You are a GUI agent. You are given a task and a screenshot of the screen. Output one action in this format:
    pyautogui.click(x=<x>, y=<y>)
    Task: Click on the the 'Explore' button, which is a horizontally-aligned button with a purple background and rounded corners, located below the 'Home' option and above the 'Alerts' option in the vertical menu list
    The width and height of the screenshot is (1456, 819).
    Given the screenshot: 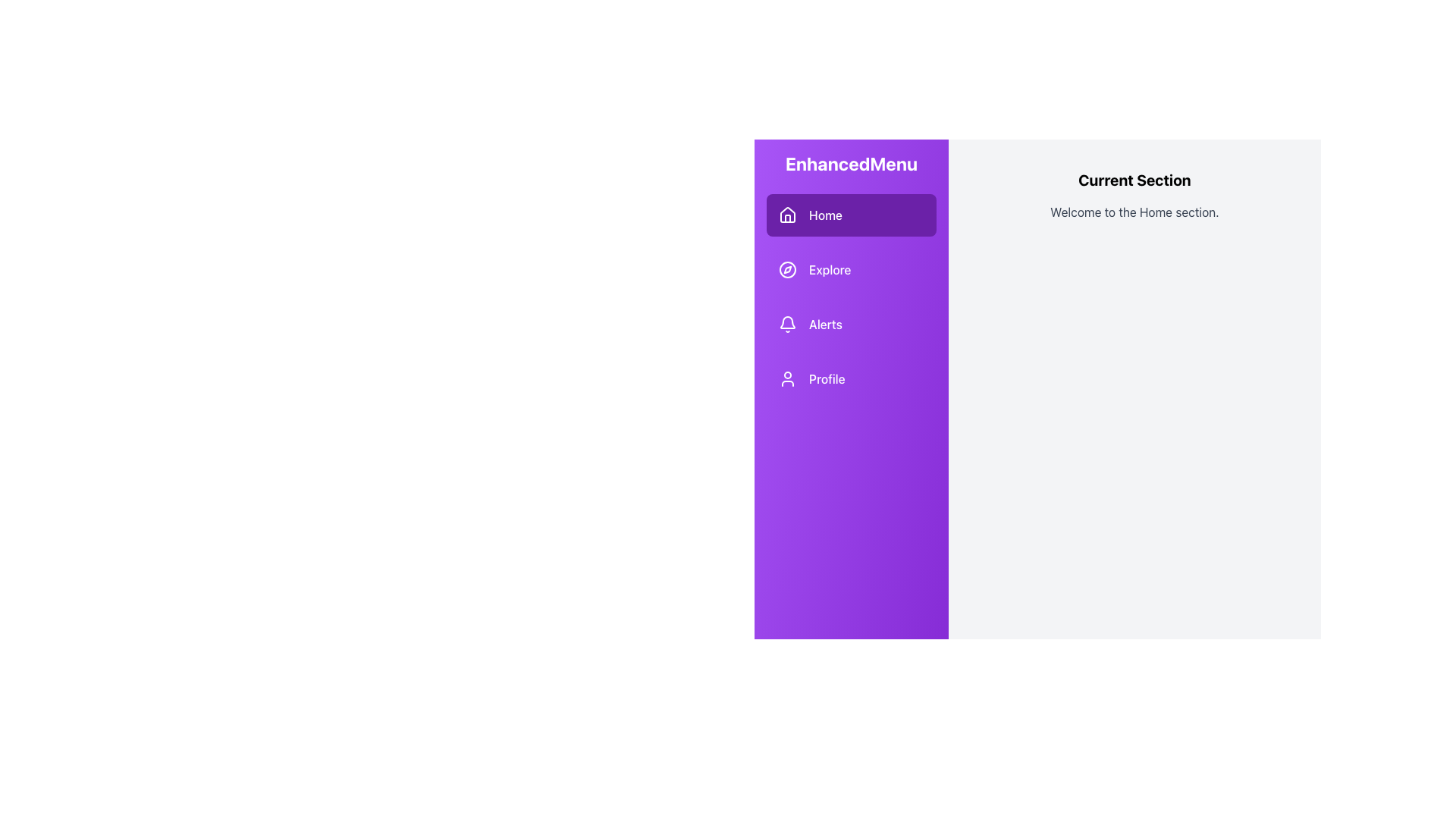 What is the action you would take?
    pyautogui.click(x=852, y=268)
    